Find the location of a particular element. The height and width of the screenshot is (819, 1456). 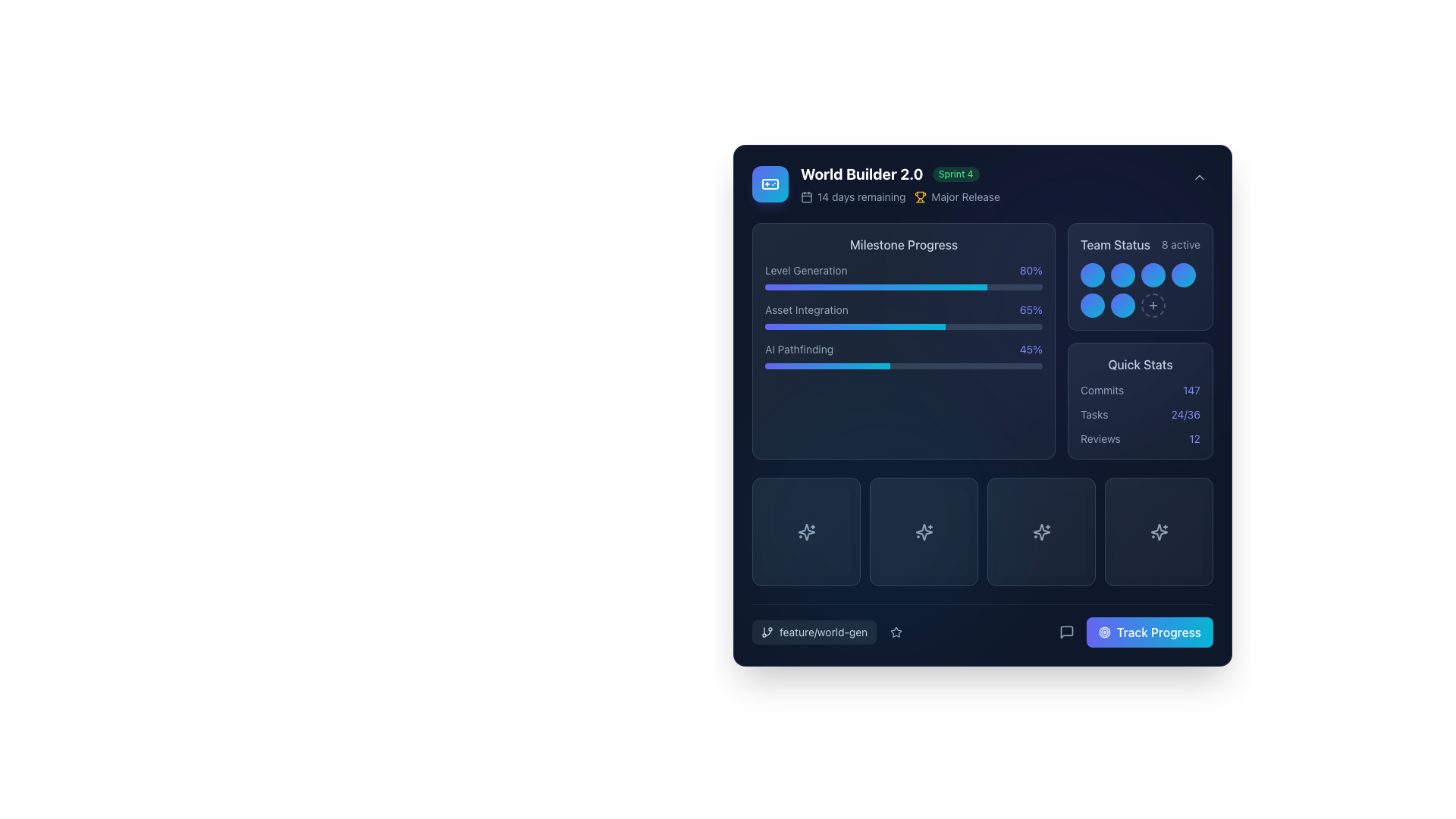

progress is located at coordinates (858, 287).